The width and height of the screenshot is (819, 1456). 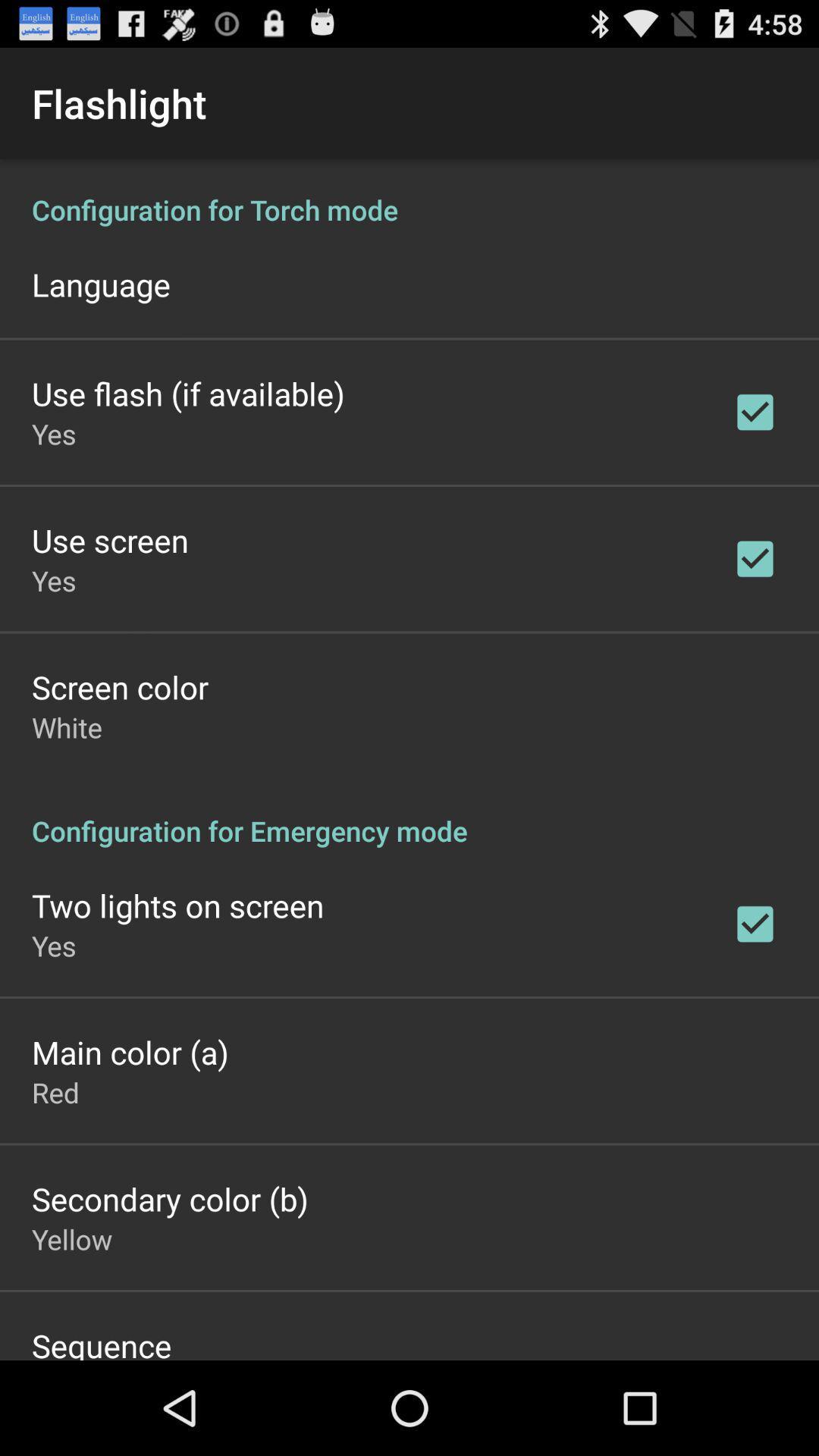 What do you see at coordinates (187, 393) in the screenshot?
I see `the item below language` at bounding box center [187, 393].